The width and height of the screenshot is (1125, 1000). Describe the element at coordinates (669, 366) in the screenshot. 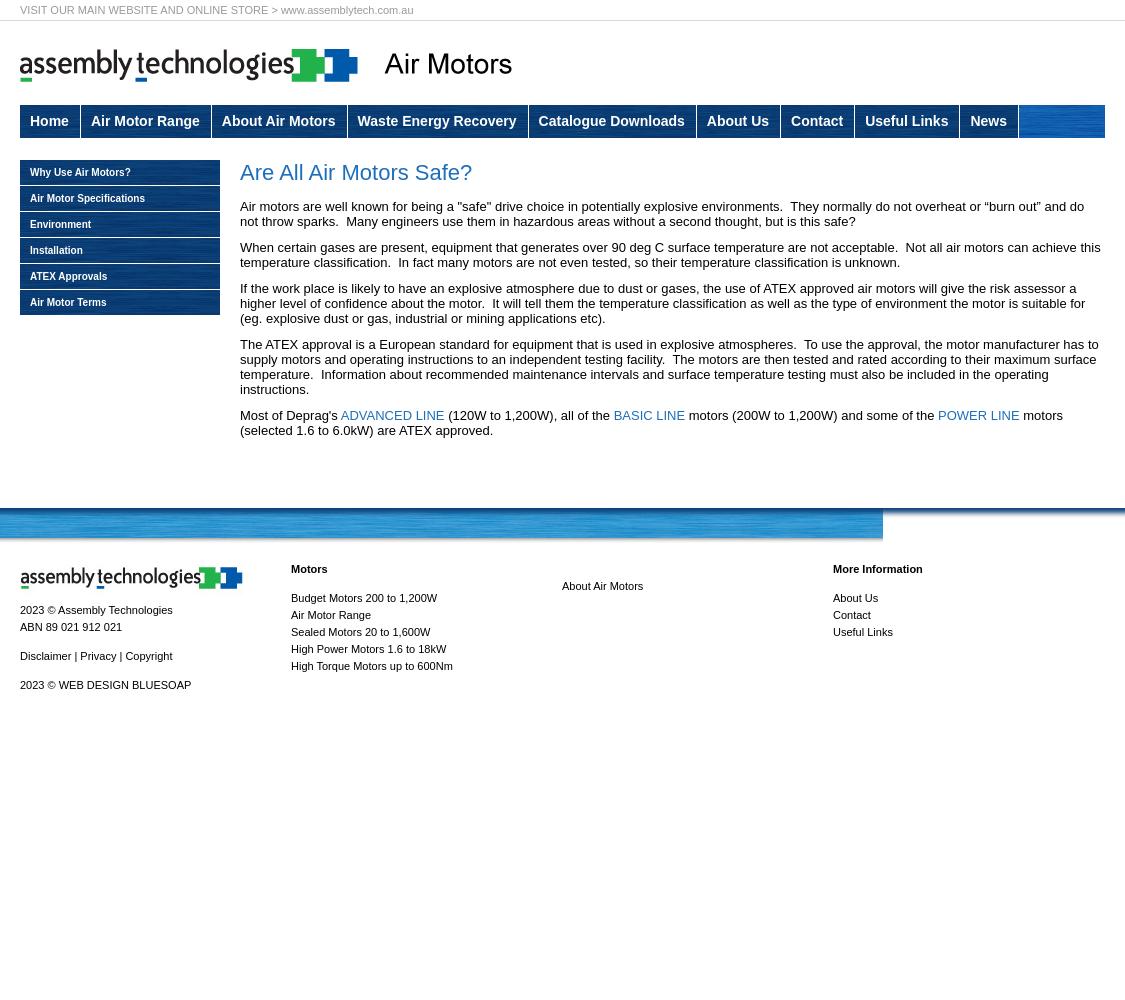

I see `'The ATEX approval is a European standard for equipment that is used in explosive atmospheres.  To use the approval, the motor manufacturer has to supply motors and operating instructions to an independent testing facility.  The motors are then tested and rated according to their maximum surface temperature.  Information about recommended maintenance intervals and surface temperature testing must also be included in the operating instructions.'` at that location.